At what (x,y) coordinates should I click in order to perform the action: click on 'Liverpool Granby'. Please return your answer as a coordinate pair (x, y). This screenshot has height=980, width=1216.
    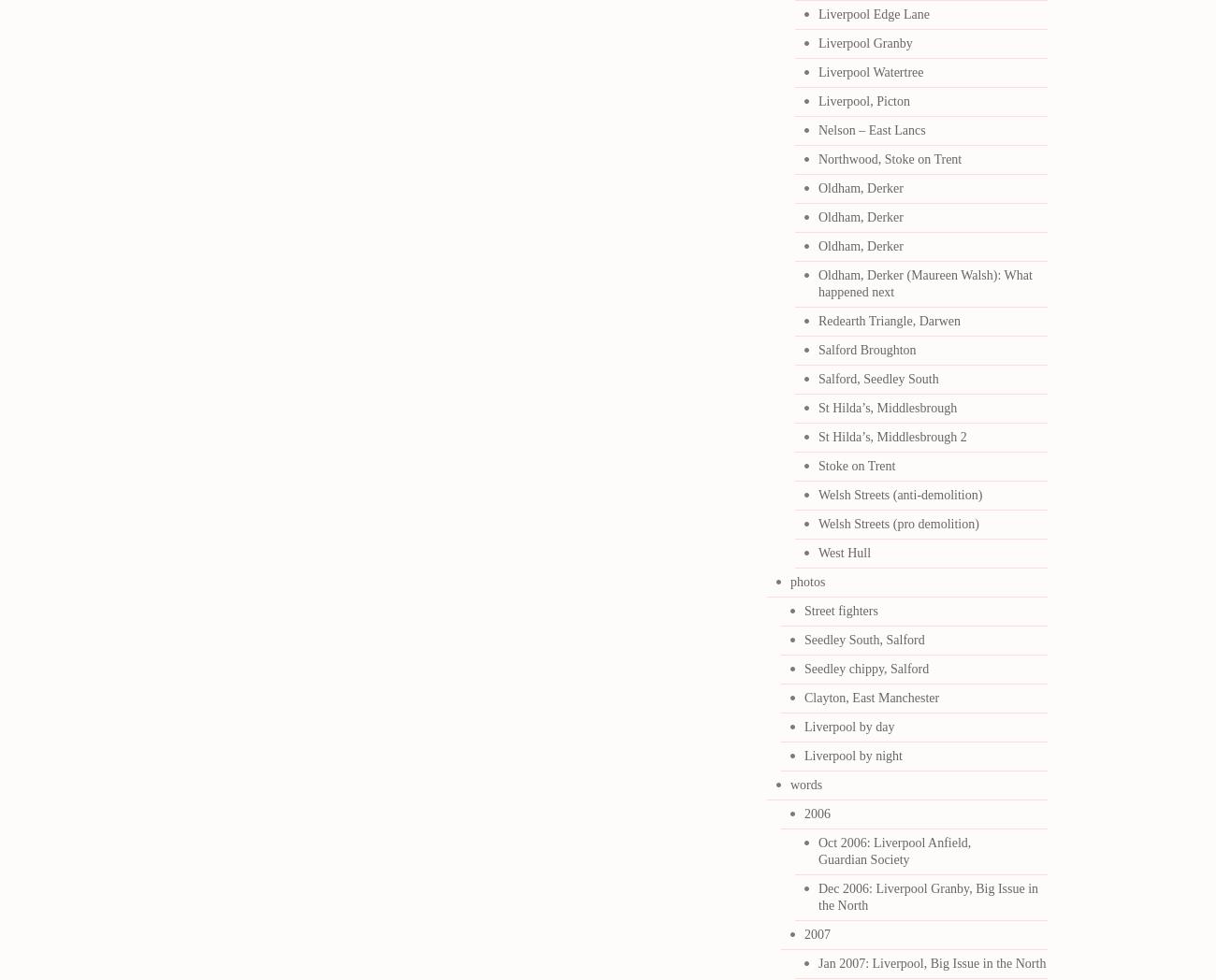
    Looking at the image, I should click on (864, 43).